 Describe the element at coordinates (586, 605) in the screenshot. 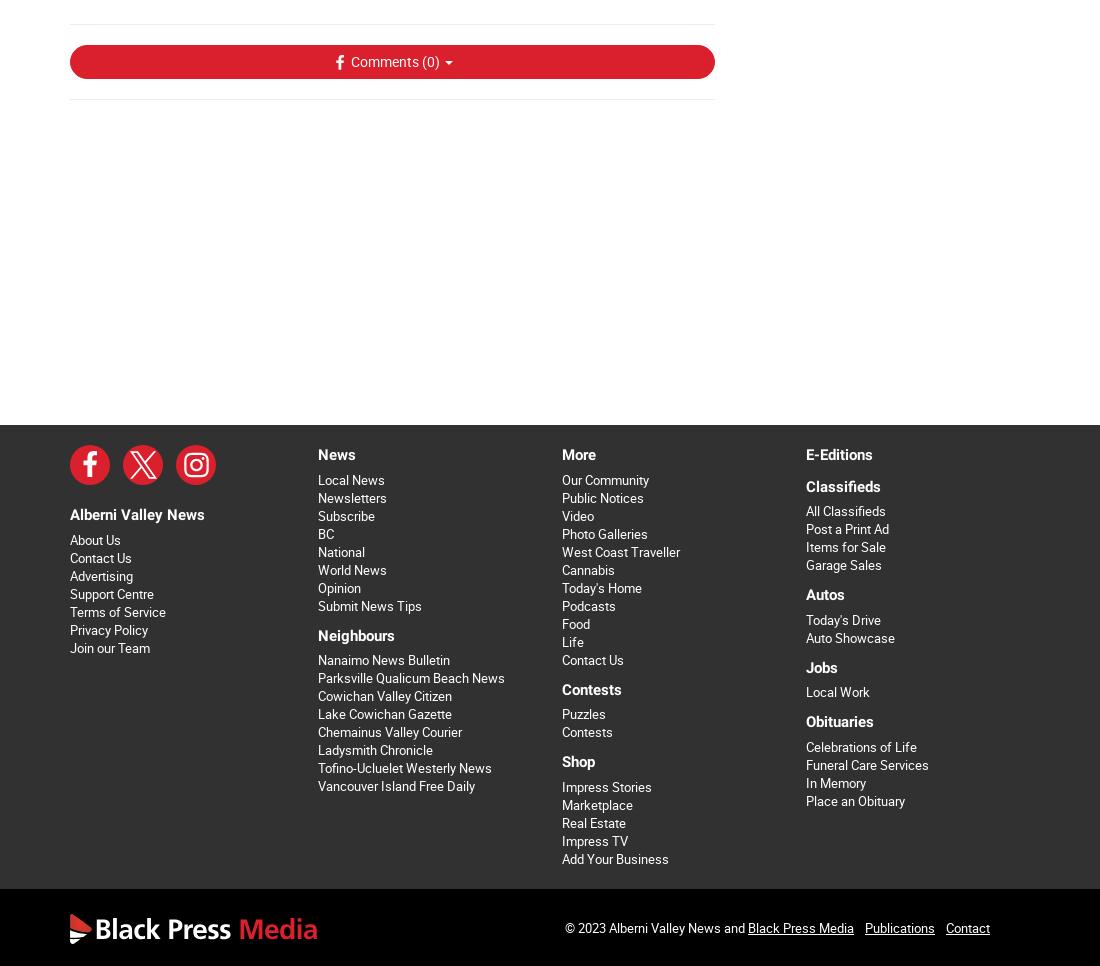

I see `'Podcasts'` at that location.